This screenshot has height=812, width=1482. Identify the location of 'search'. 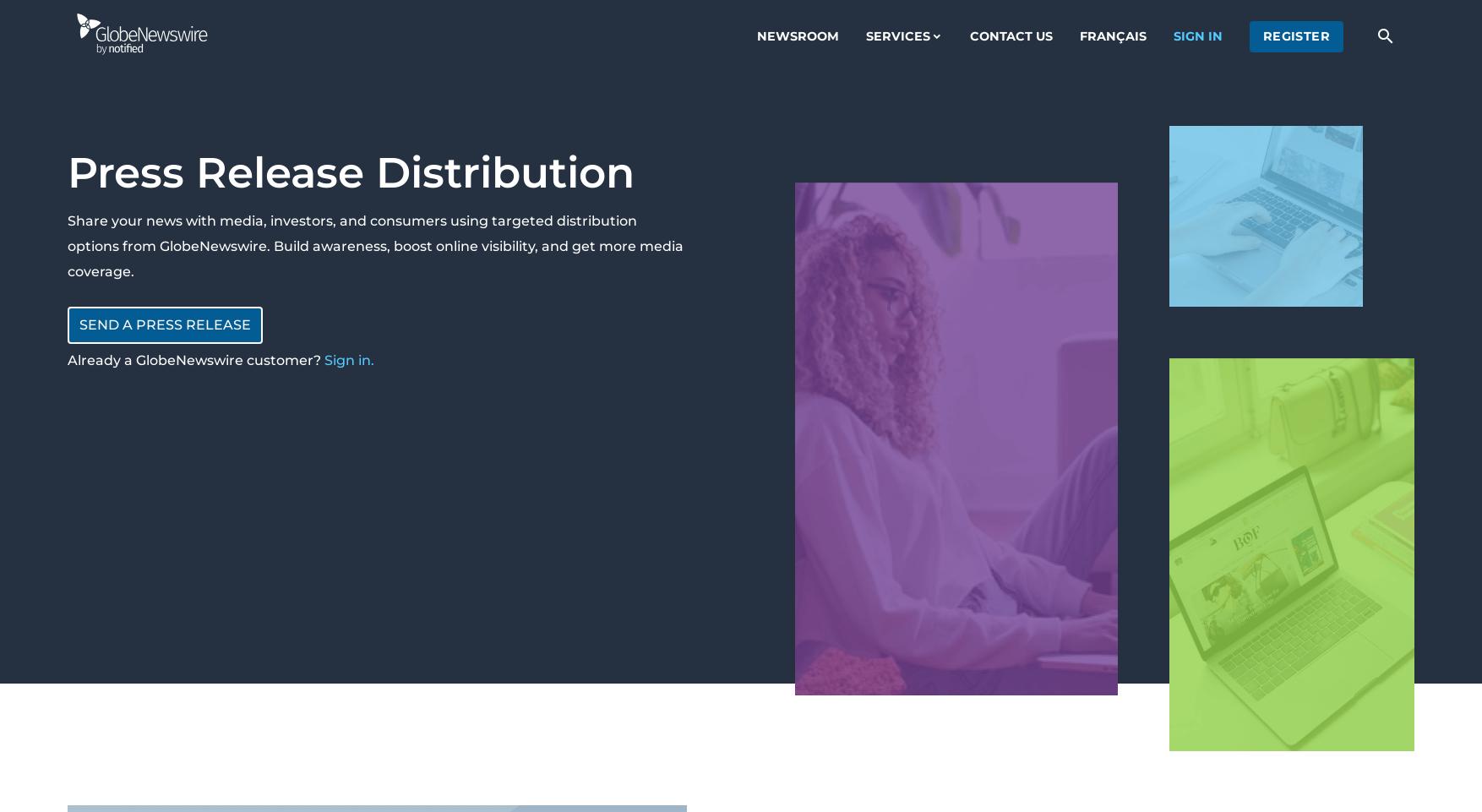
(1385, 34).